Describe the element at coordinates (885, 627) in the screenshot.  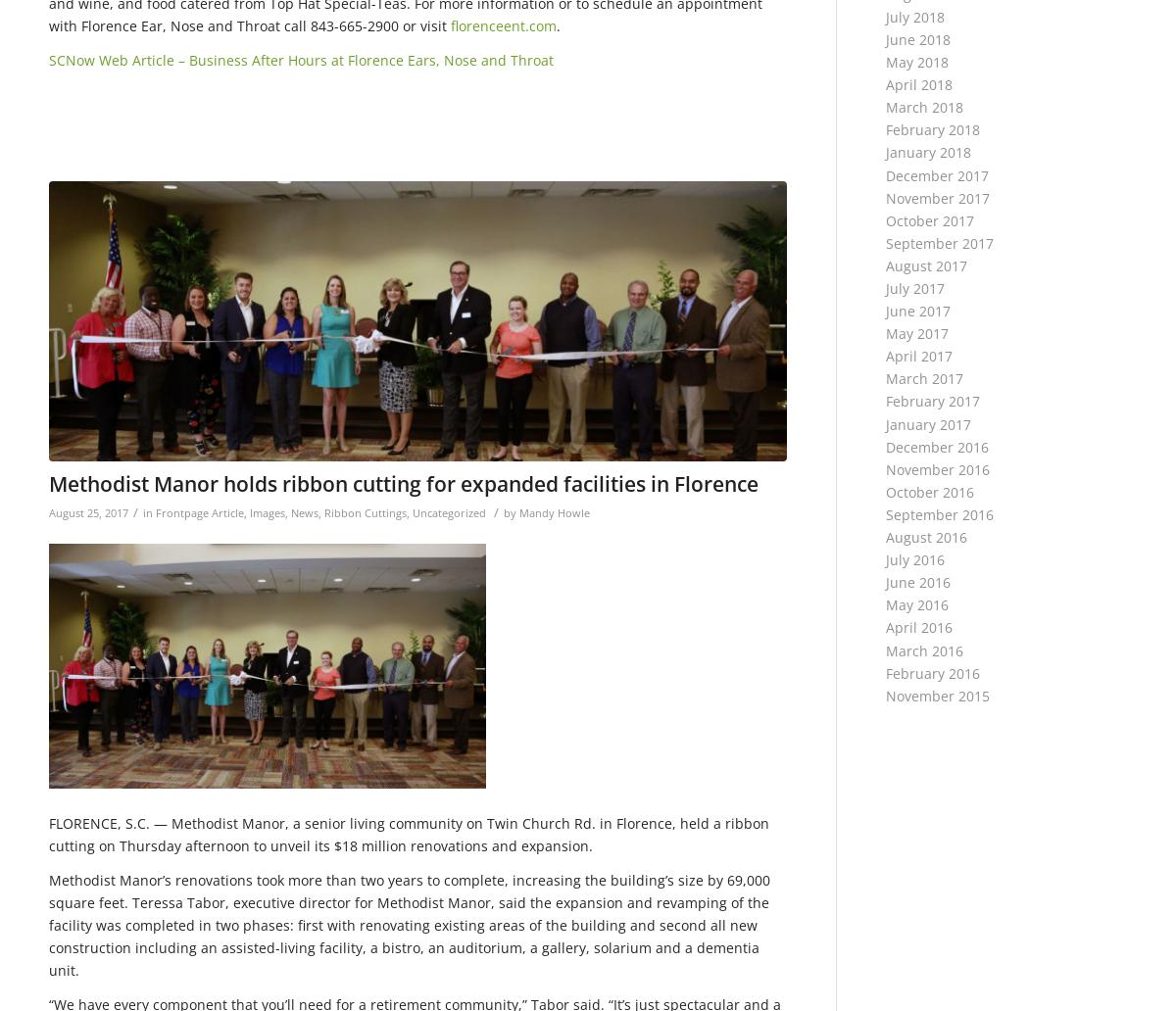
I see `'April 2016'` at that location.